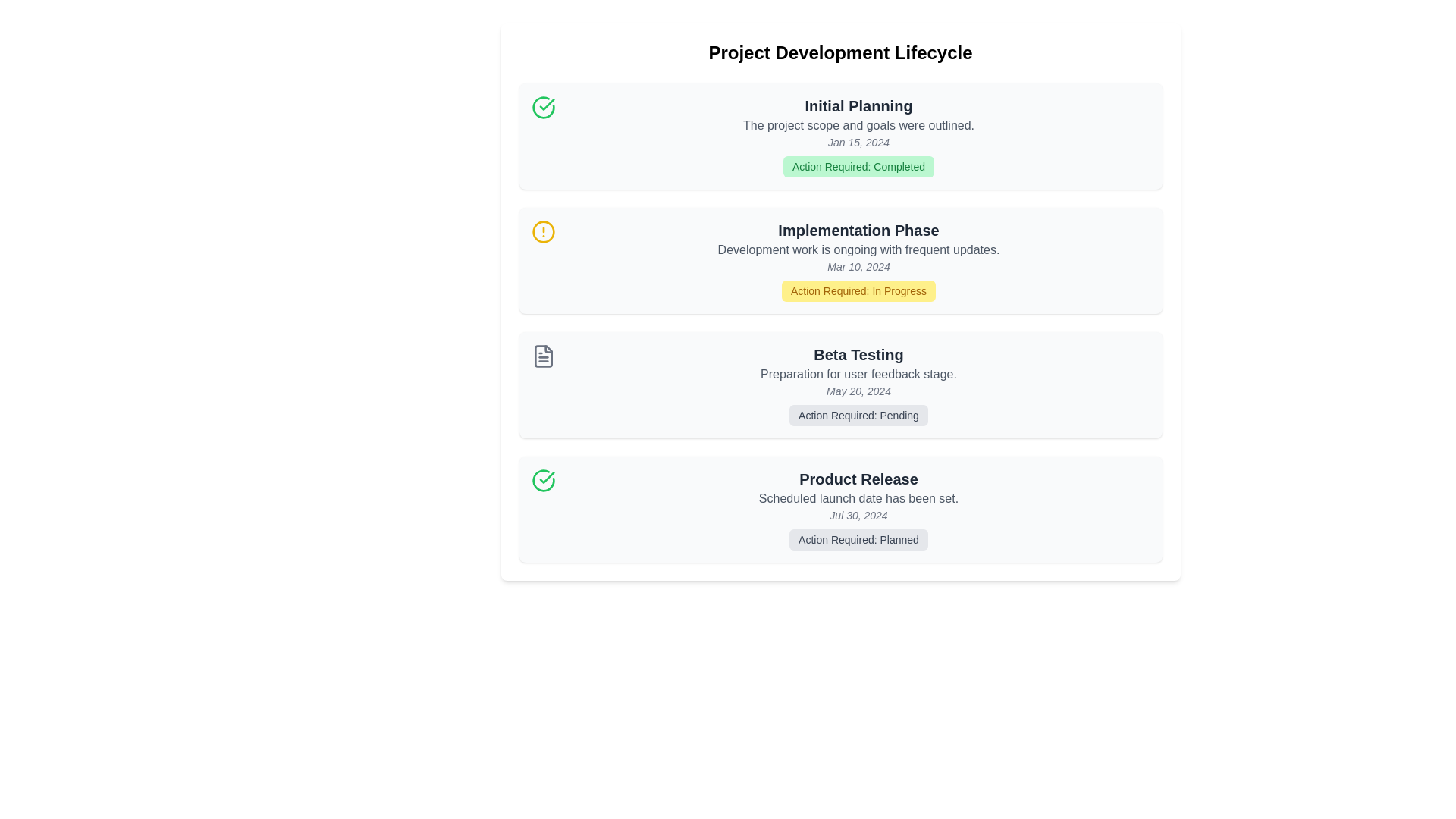  I want to click on text from the Text Label that states 'The project scope and goals were outlined.' This label is rendered in light gray and is positioned below the title 'Initial Planning', so click(858, 124).